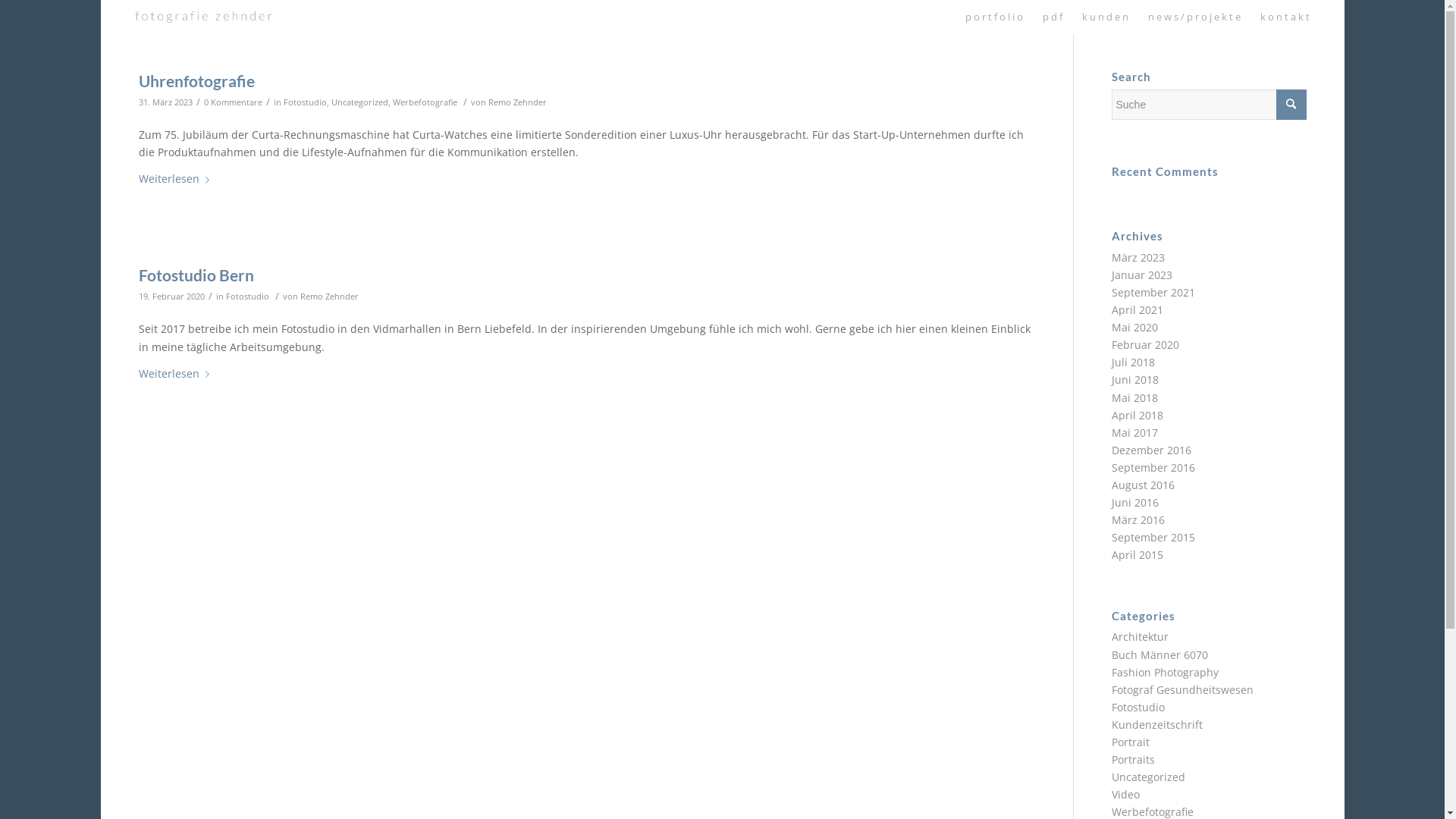  What do you see at coordinates (1111, 449) in the screenshot?
I see `'Dezember 2016'` at bounding box center [1111, 449].